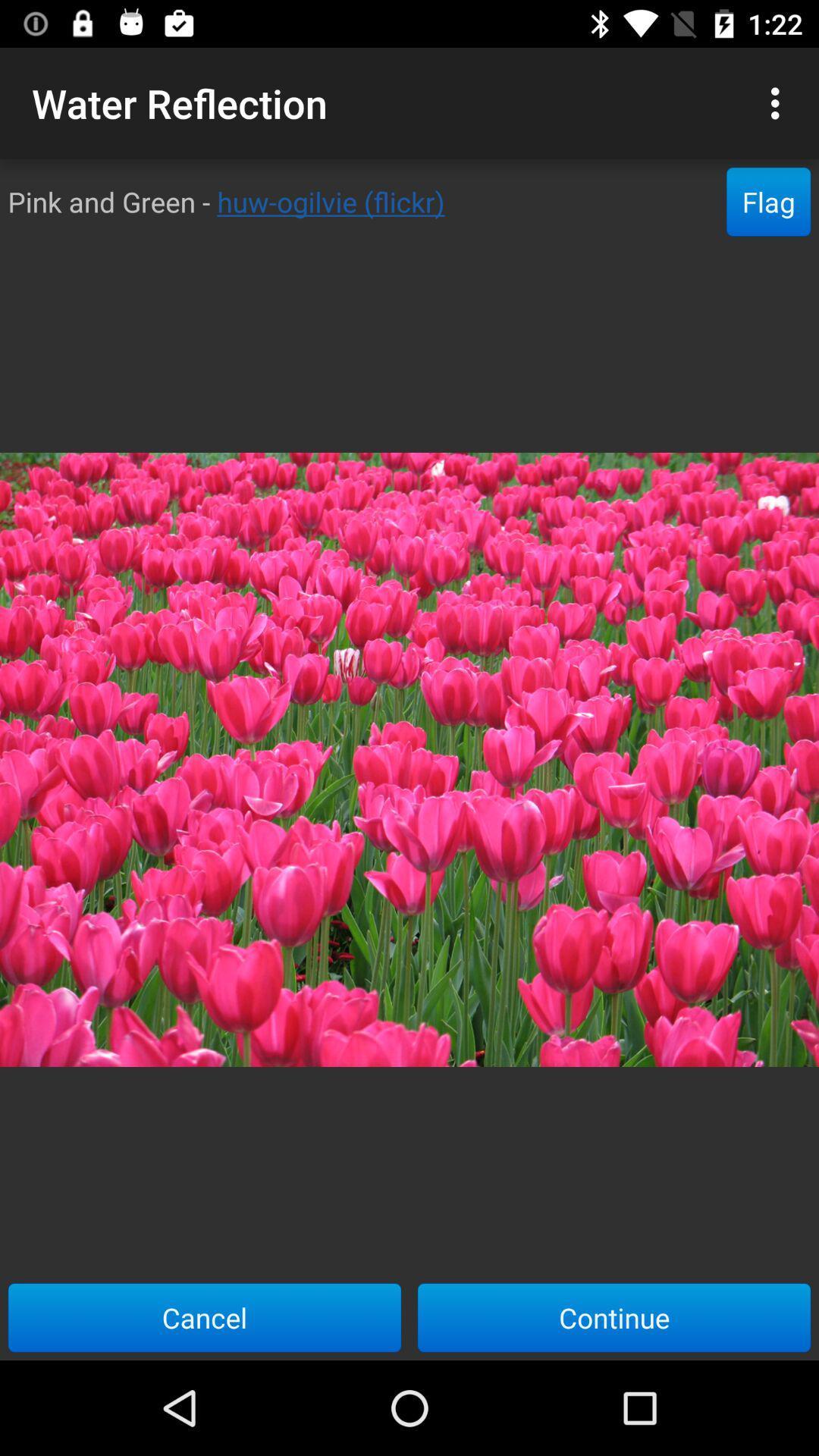 This screenshot has height=1456, width=819. I want to click on the icon to the right of water reflection item, so click(779, 102).